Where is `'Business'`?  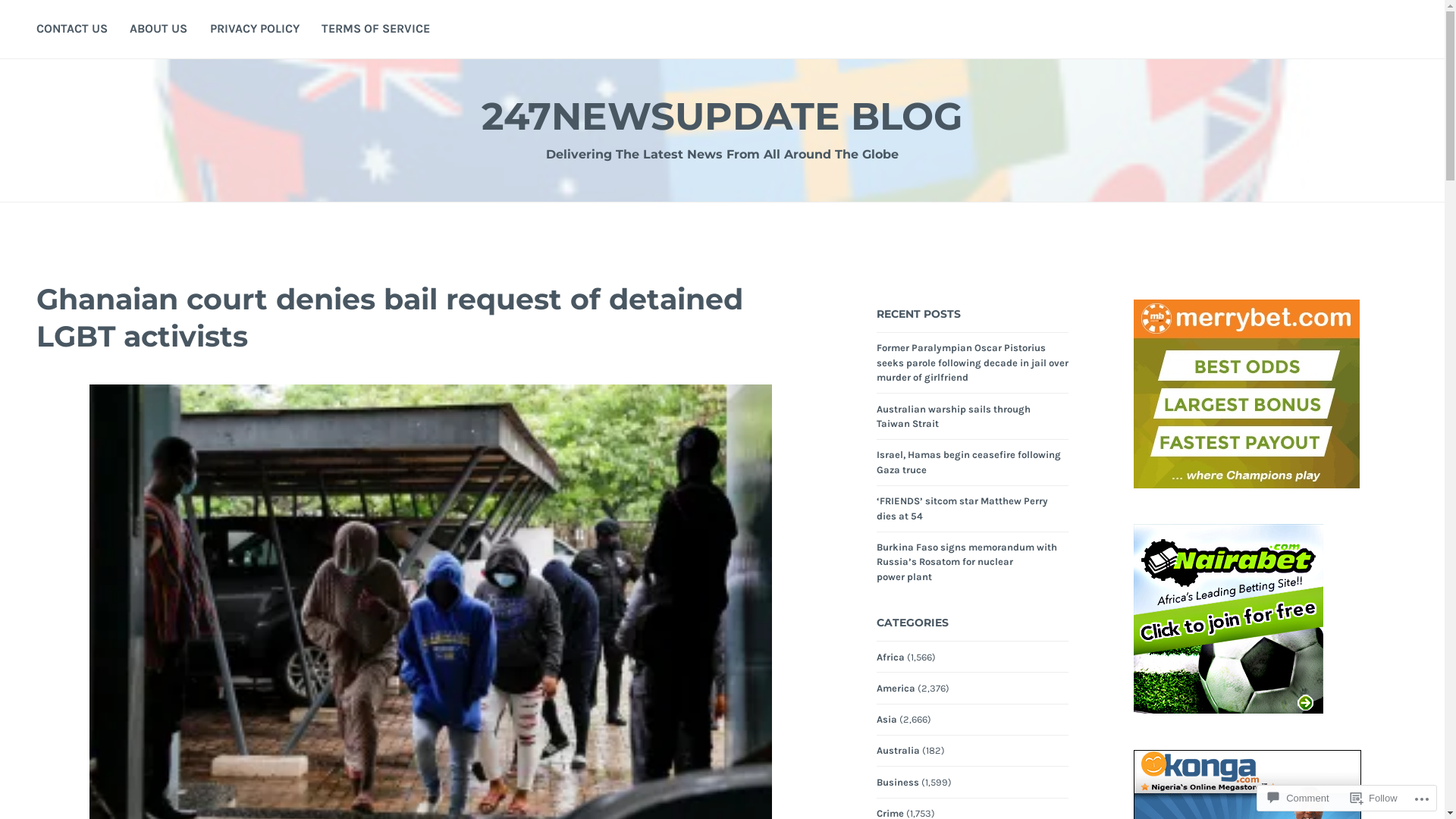 'Business' is located at coordinates (898, 783).